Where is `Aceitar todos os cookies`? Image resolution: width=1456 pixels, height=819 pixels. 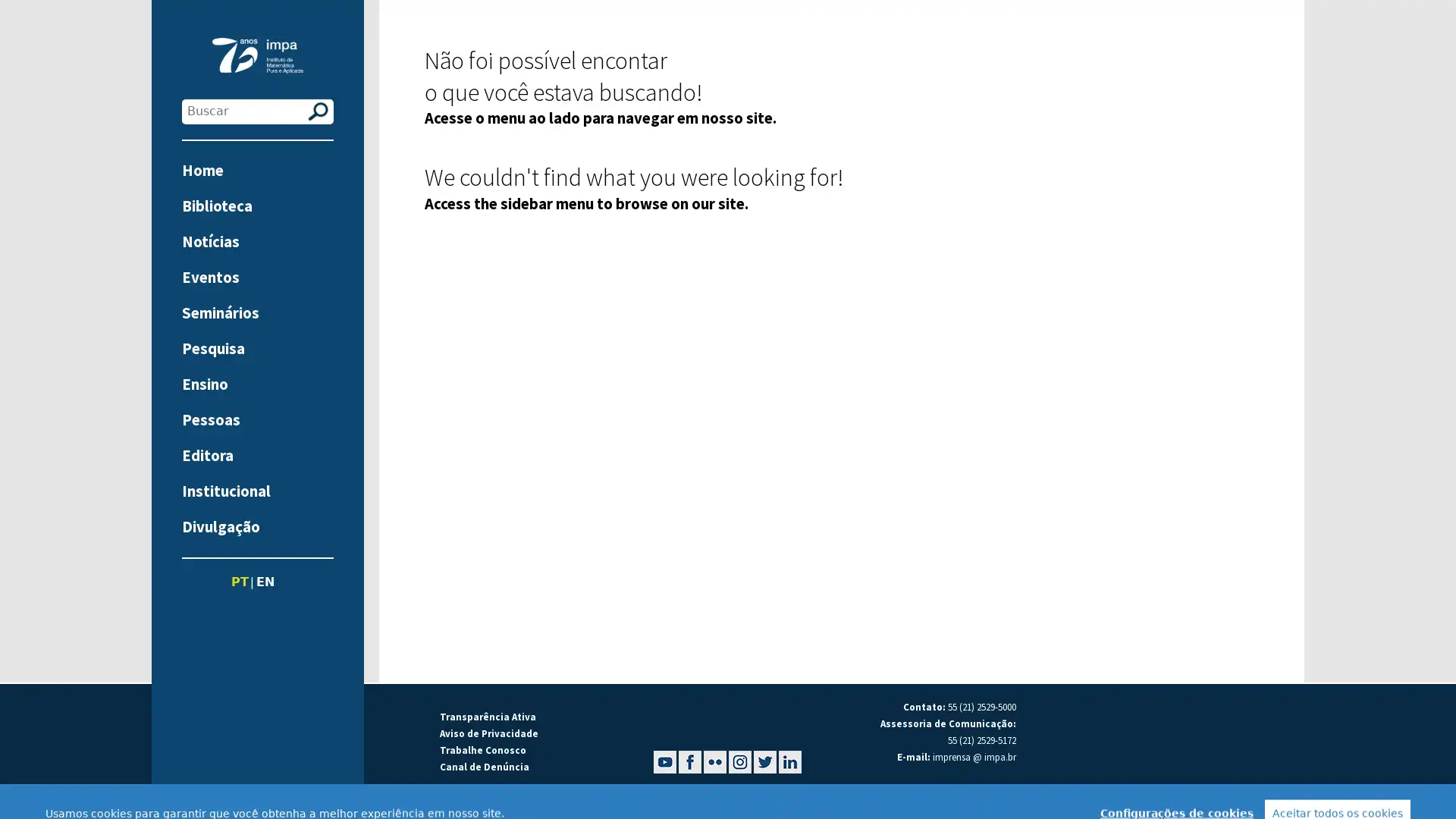 Aceitar todos os cookies is located at coordinates (1337, 789).